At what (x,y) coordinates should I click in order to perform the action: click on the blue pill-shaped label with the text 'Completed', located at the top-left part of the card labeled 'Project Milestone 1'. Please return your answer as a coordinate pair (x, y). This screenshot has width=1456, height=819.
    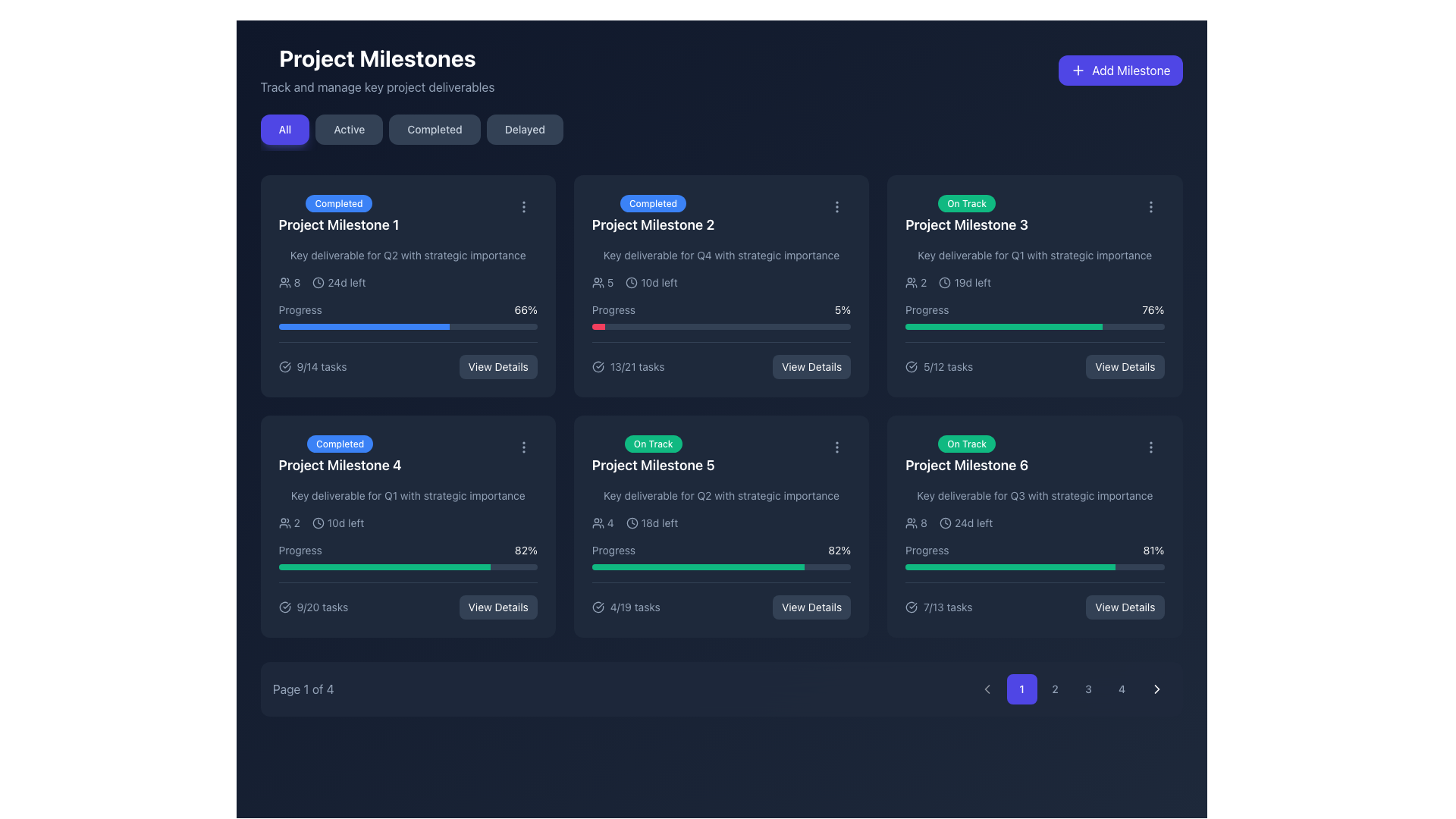
    Looking at the image, I should click on (337, 202).